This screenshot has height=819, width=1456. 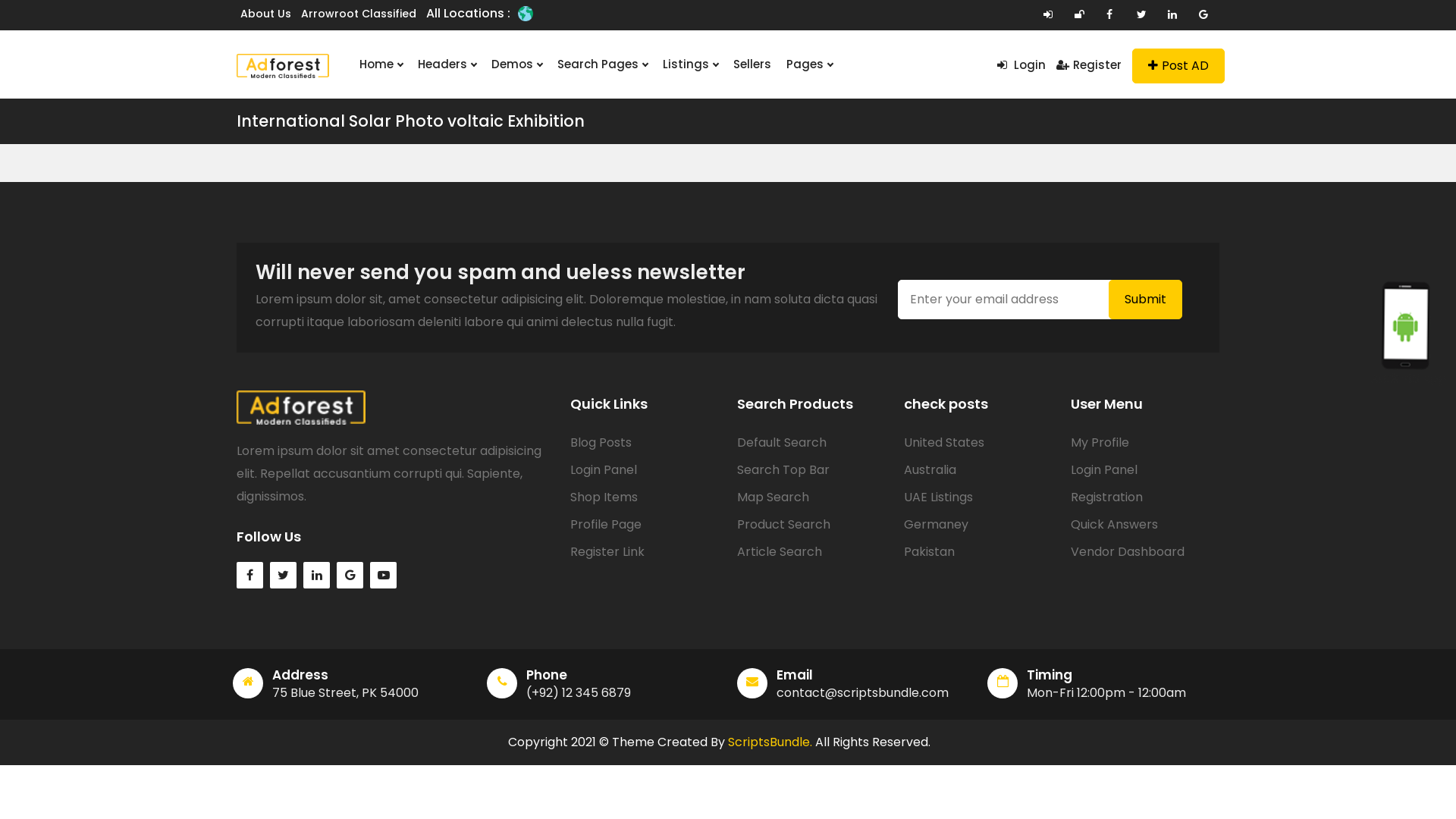 What do you see at coordinates (410, 120) in the screenshot?
I see `'International Solar Photo voltaic Exhibition'` at bounding box center [410, 120].